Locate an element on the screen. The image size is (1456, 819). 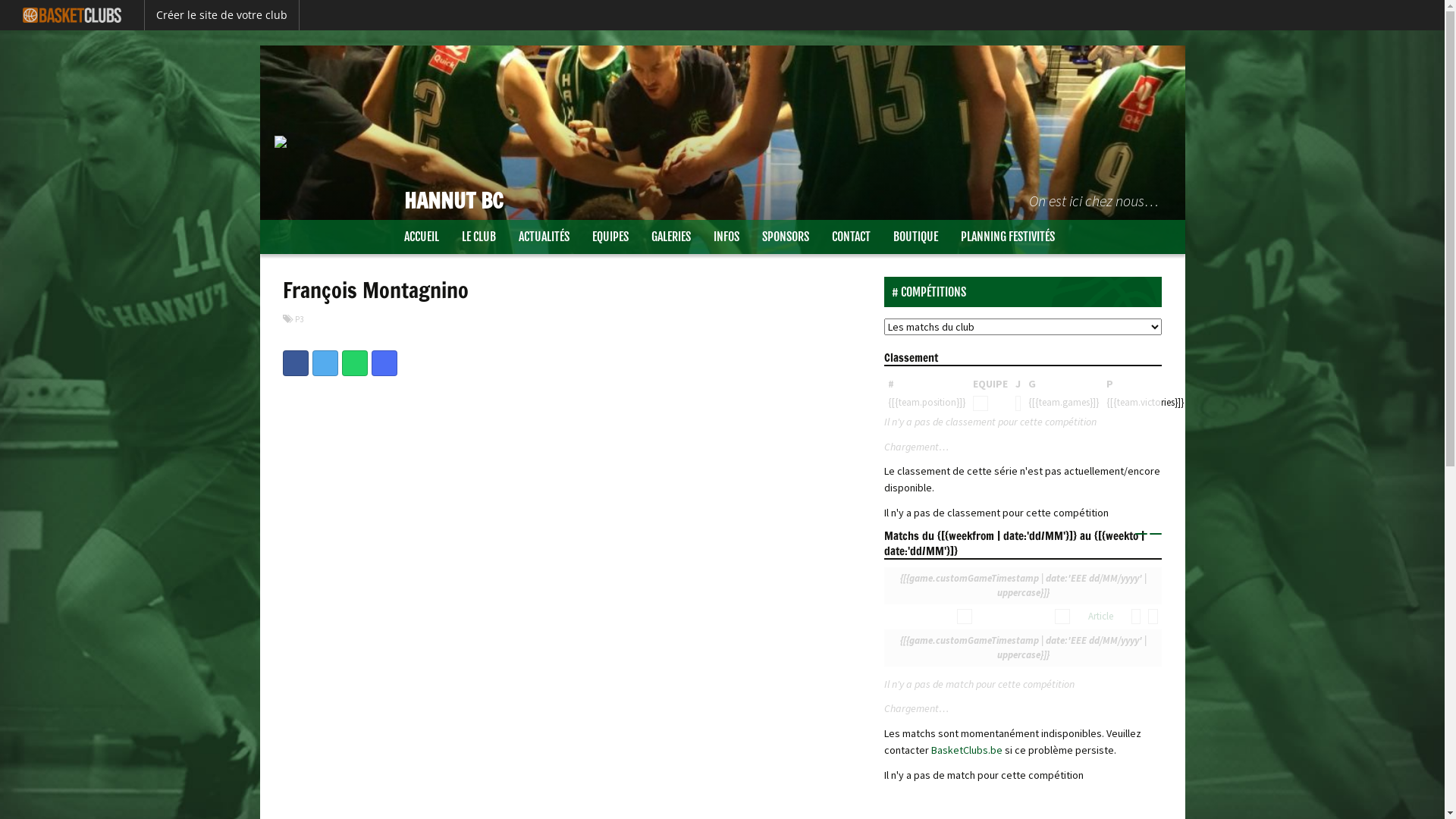
'GALERIES' is located at coordinates (670, 237).